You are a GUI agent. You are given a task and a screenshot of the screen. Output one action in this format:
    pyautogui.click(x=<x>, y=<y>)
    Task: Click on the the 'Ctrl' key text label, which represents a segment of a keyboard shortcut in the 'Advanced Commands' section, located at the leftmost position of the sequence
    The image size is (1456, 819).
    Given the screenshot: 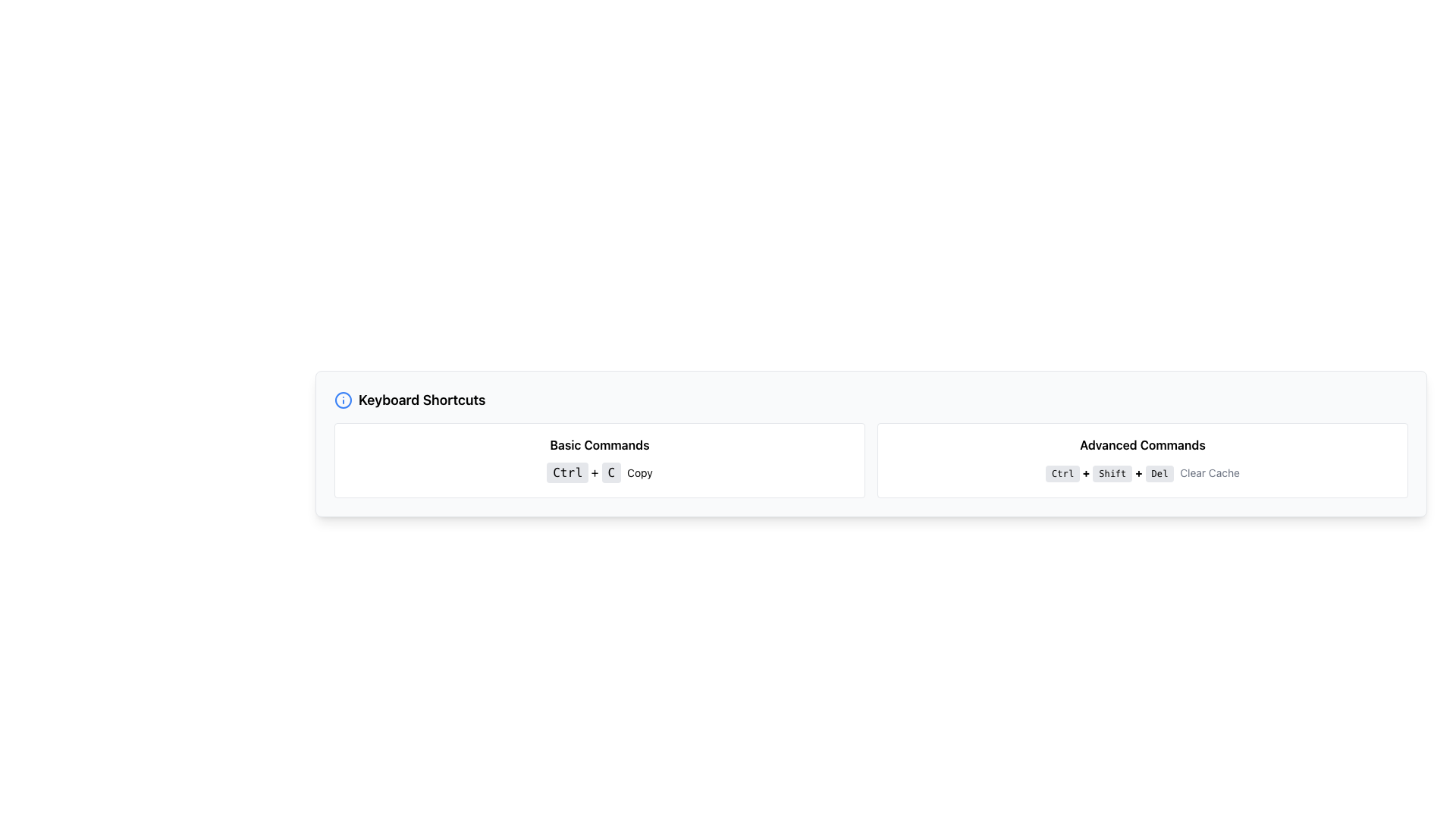 What is the action you would take?
    pyautogui.click(x=1062, y=472)
    